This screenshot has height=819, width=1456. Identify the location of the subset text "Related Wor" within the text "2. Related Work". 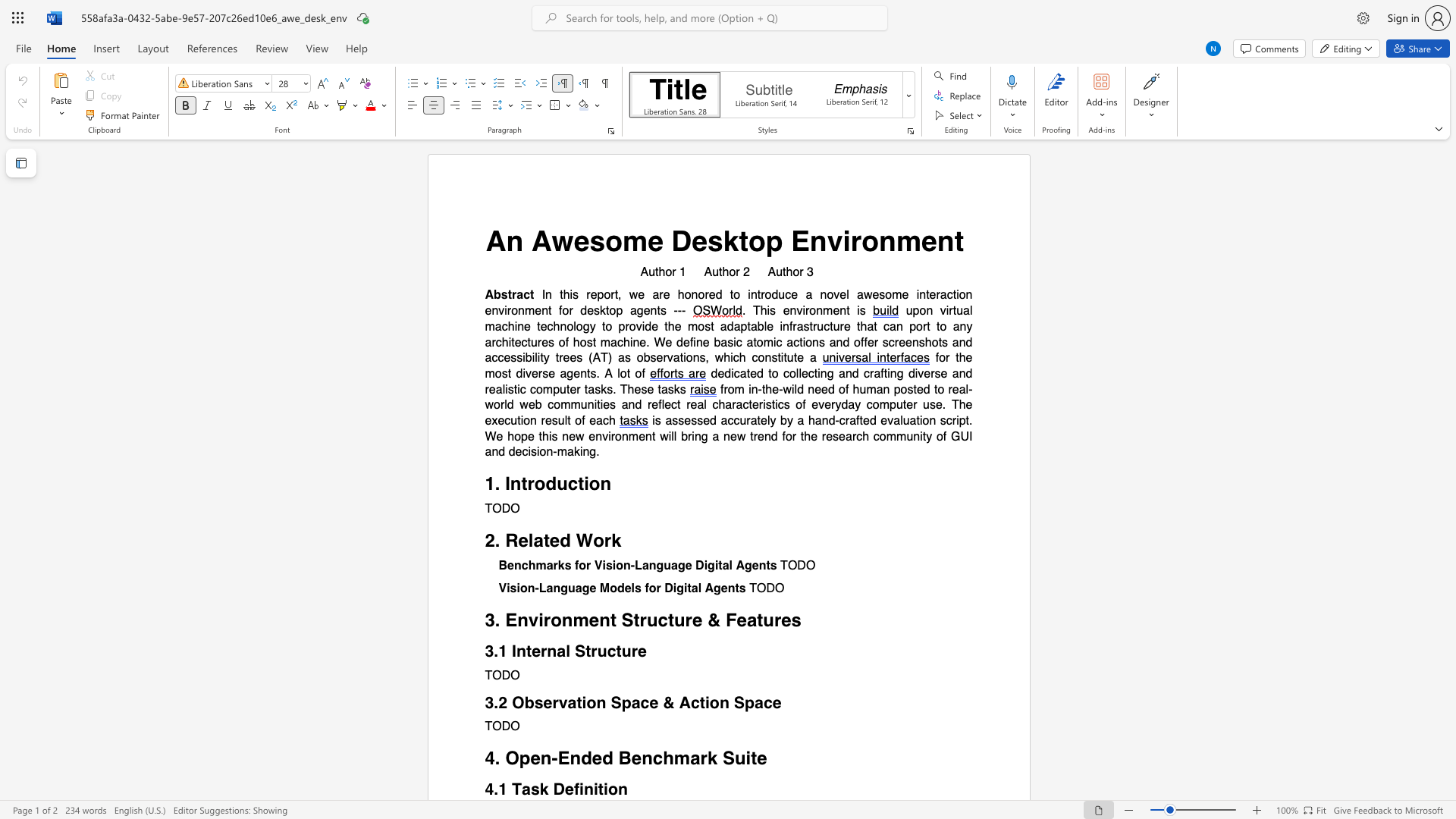
(505, 540).